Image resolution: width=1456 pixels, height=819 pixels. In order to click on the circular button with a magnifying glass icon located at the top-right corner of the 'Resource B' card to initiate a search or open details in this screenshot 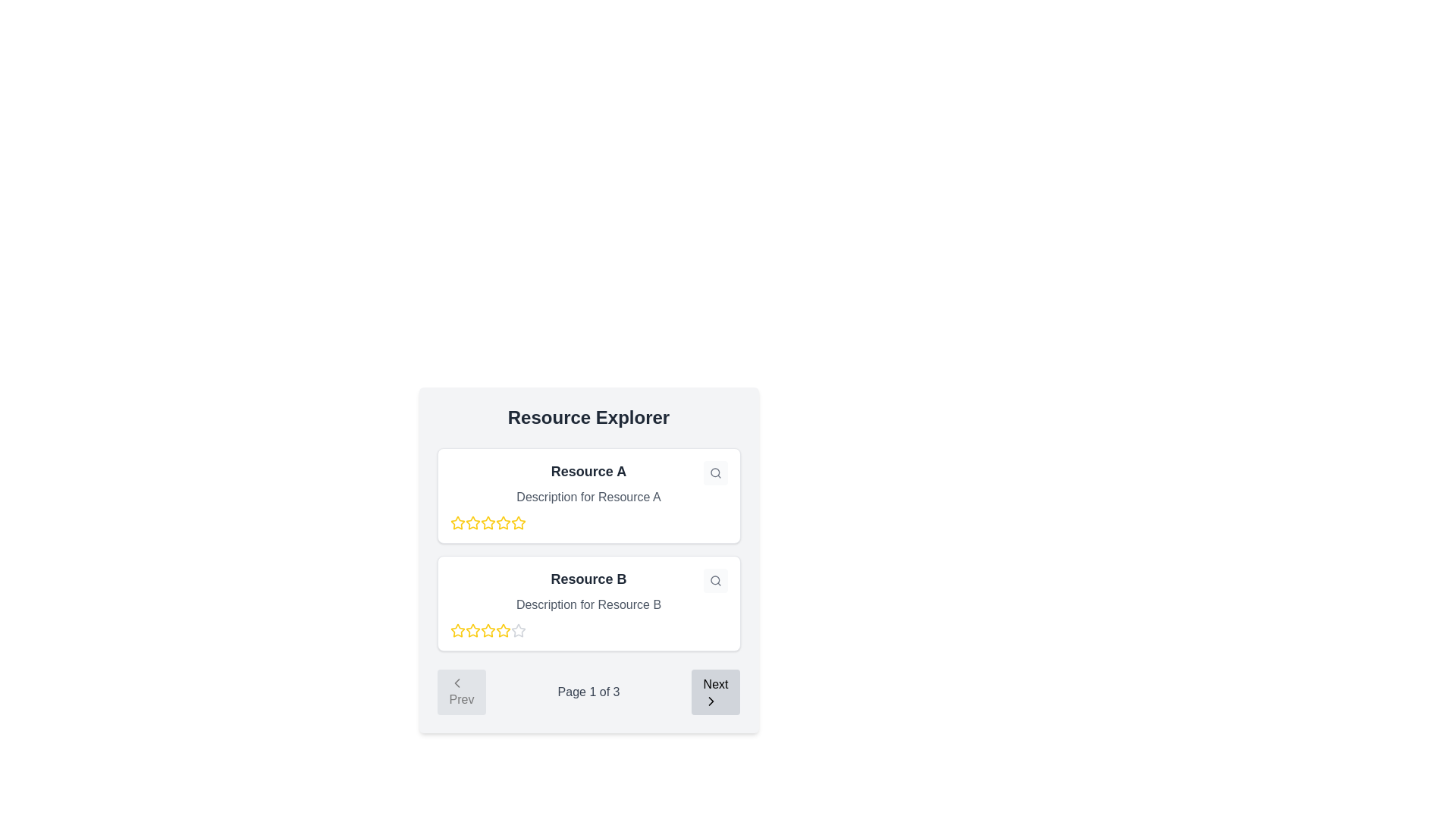, I will do `click(714, 580)`.